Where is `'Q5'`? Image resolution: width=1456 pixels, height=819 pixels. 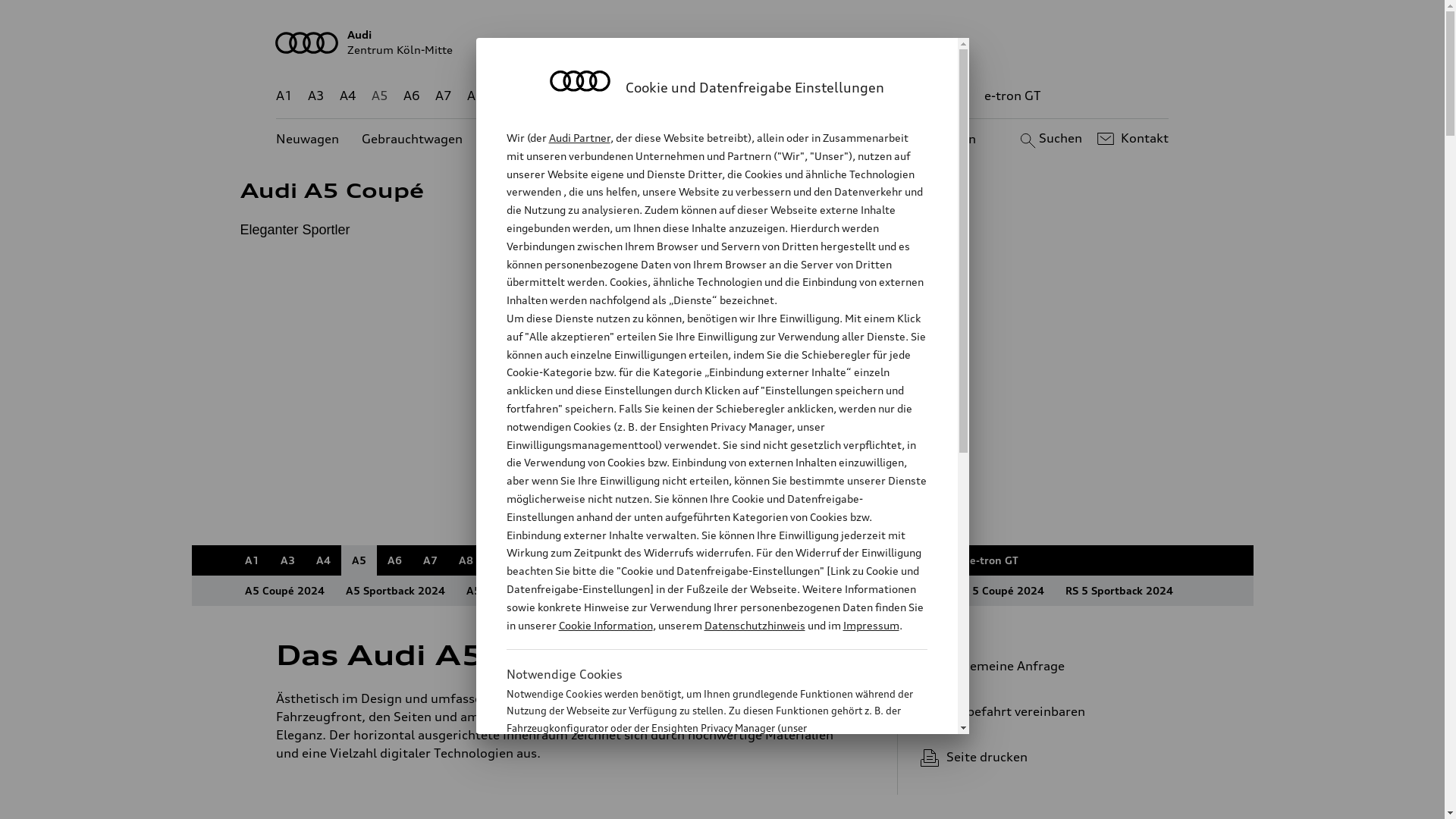
'Q5' is located at coordinates (645, 96).